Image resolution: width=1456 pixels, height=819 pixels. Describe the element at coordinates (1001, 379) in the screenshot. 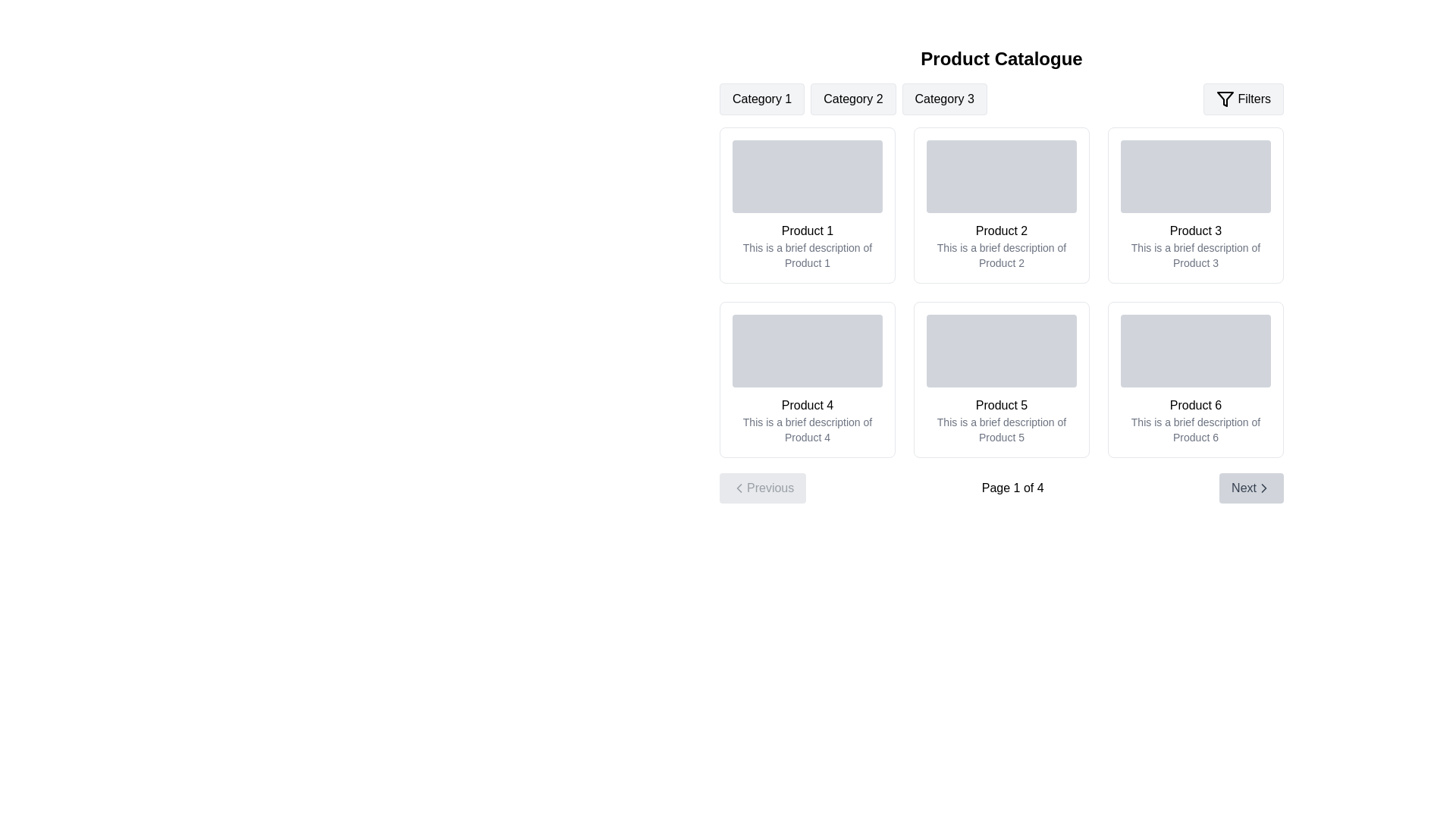

I see `the product card located in the second row and second column of the grid, adjacent to 'Product 4' on the left and 'Product 6' on the right` at that location.